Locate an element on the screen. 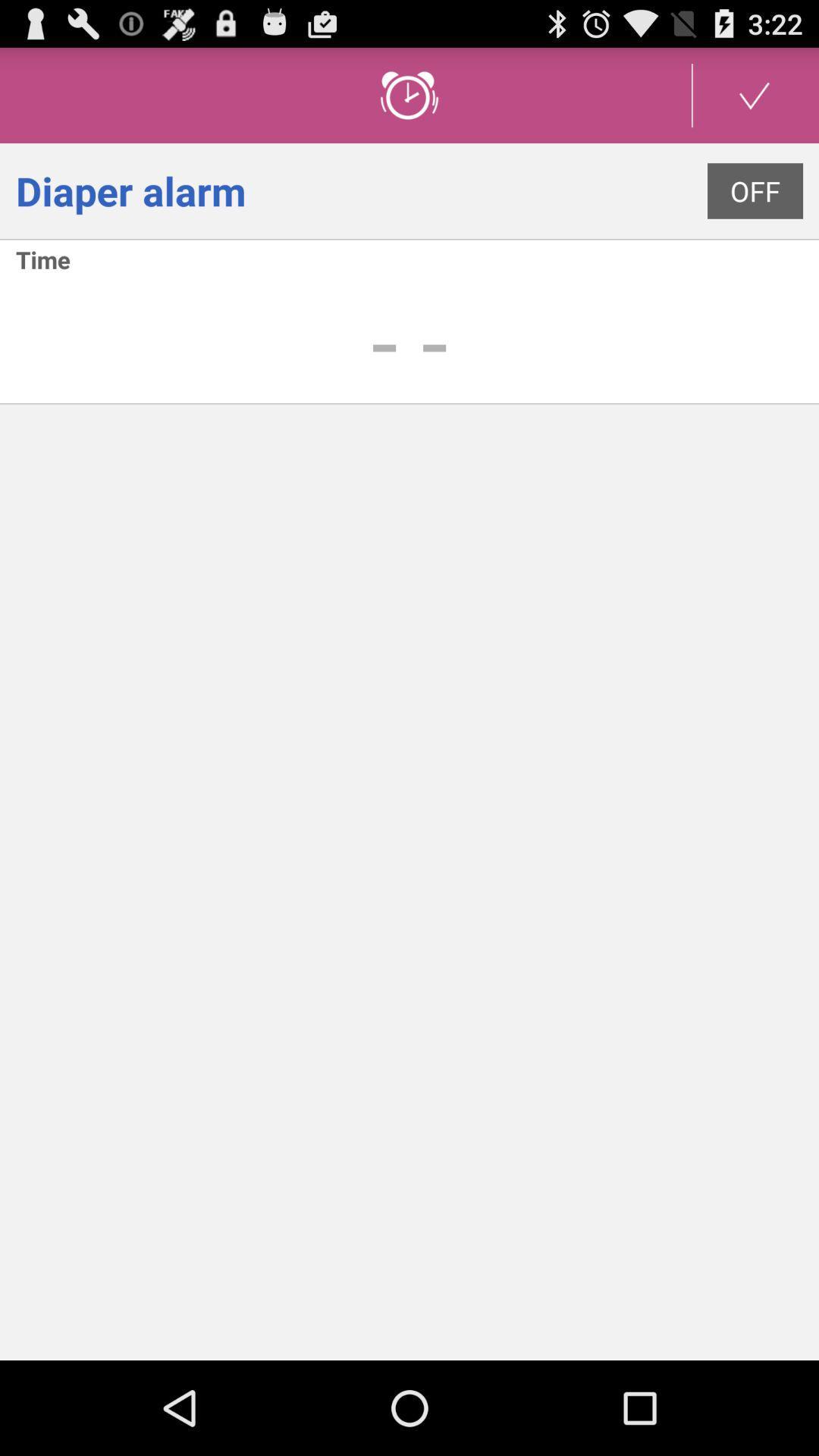 The image size is (819, 1456). the check icon is located at coordinates (755, 101).